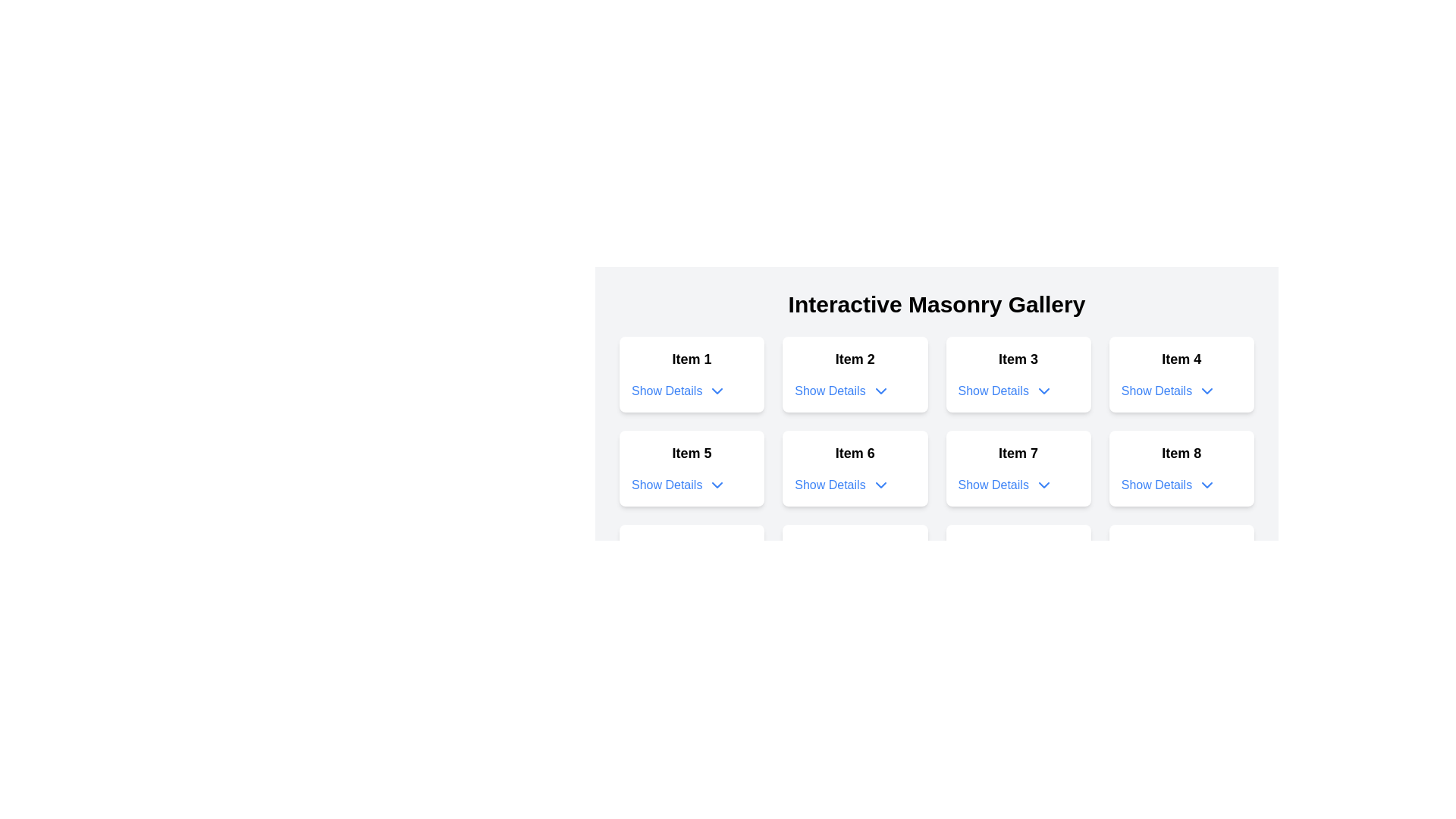 The width and height of the screenshot is (1456, 819). Describe the element at coordinates (880, 485) in the screenshot. I see `the downward-pointing chevron icon located to the right of the 'Show Details' text in the 'Item 6' tile` at that location.